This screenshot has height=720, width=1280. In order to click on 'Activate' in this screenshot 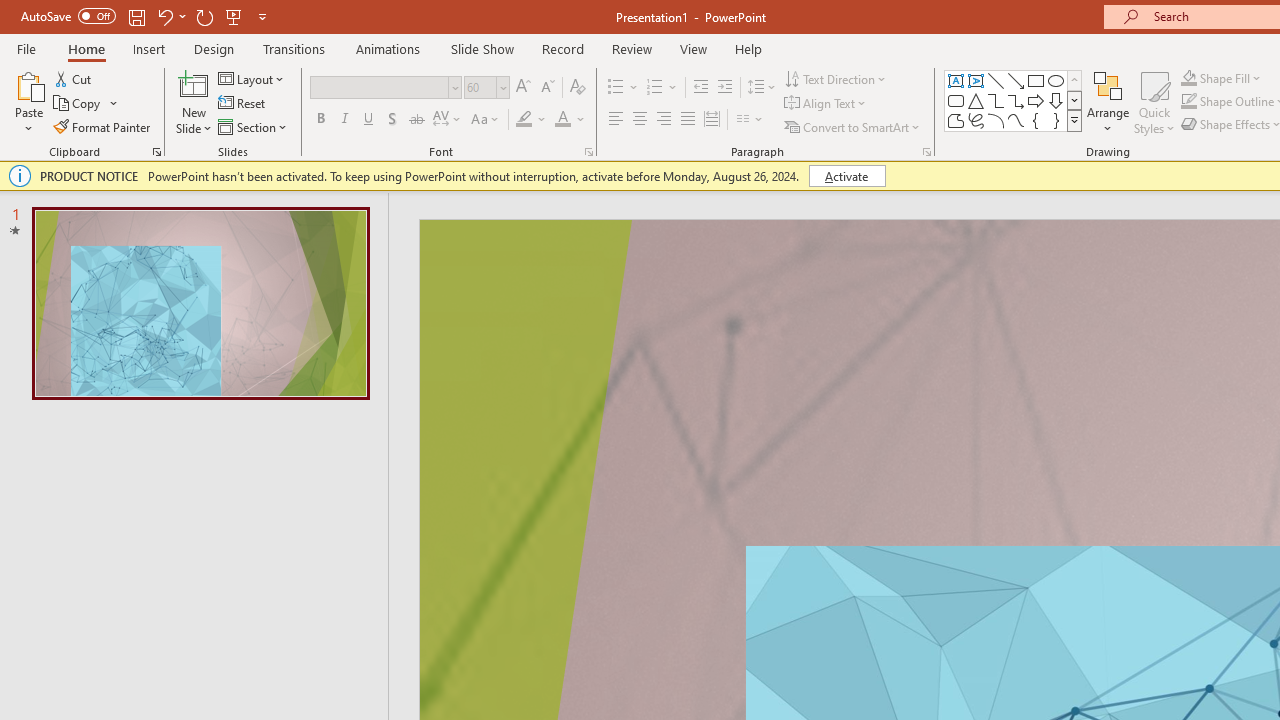, I will do `click(847, 175)`.